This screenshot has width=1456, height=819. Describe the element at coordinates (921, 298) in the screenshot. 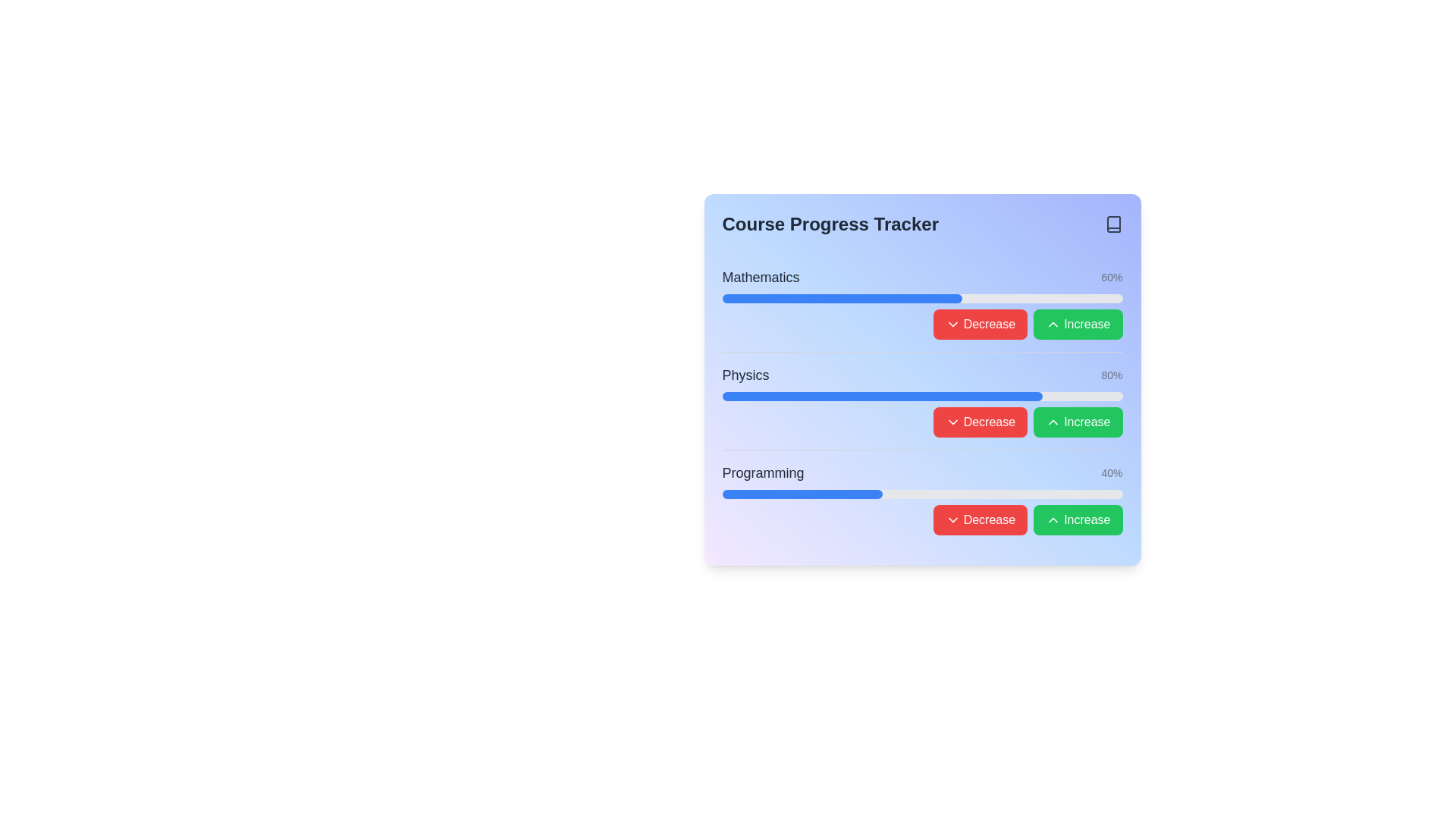

I see `the first progress bar that visually represents the completion level of the 'Mathematics' task, which is currently at 60%` at that location.